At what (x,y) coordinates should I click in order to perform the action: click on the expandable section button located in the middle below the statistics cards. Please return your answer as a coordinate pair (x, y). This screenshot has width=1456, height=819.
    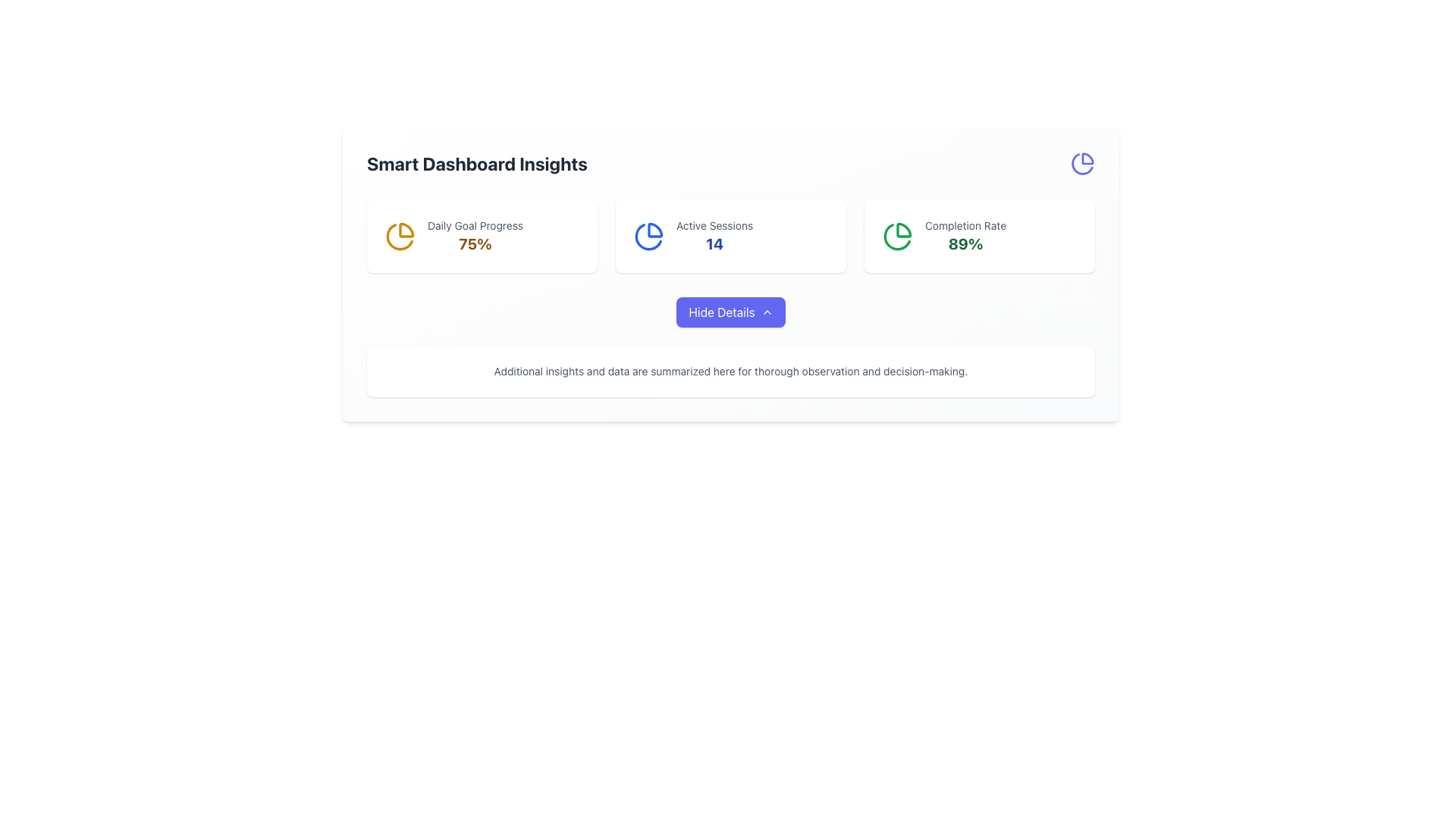
    Looking at the image, I should click on (731, 347).